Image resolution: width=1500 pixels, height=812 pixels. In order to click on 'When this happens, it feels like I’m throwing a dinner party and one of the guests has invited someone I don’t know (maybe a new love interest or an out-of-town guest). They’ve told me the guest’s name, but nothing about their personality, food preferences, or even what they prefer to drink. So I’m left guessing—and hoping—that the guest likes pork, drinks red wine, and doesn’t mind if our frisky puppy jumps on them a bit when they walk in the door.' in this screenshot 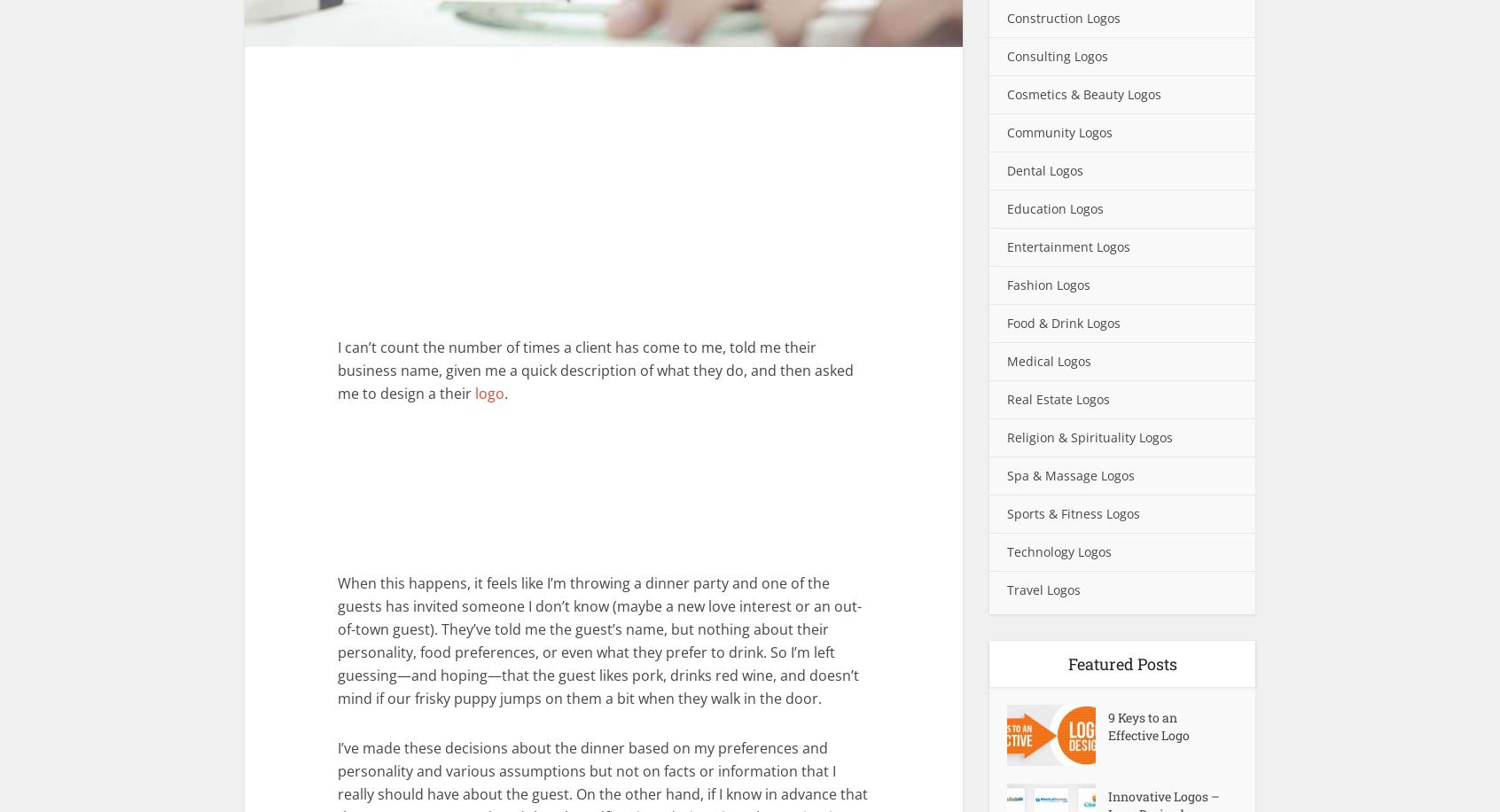, I will do `click(599, 640)`.